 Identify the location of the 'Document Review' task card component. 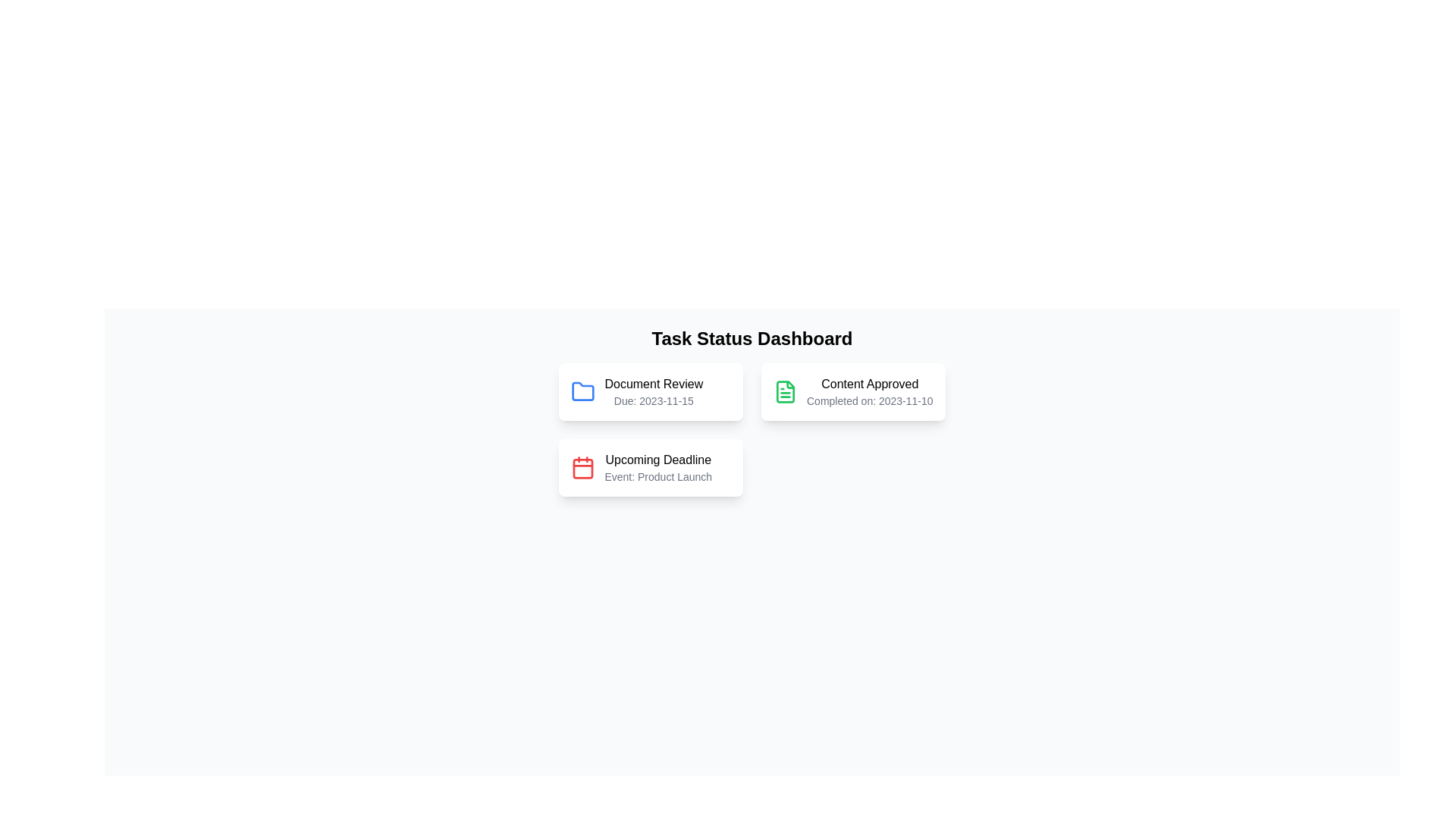
(651, 391).